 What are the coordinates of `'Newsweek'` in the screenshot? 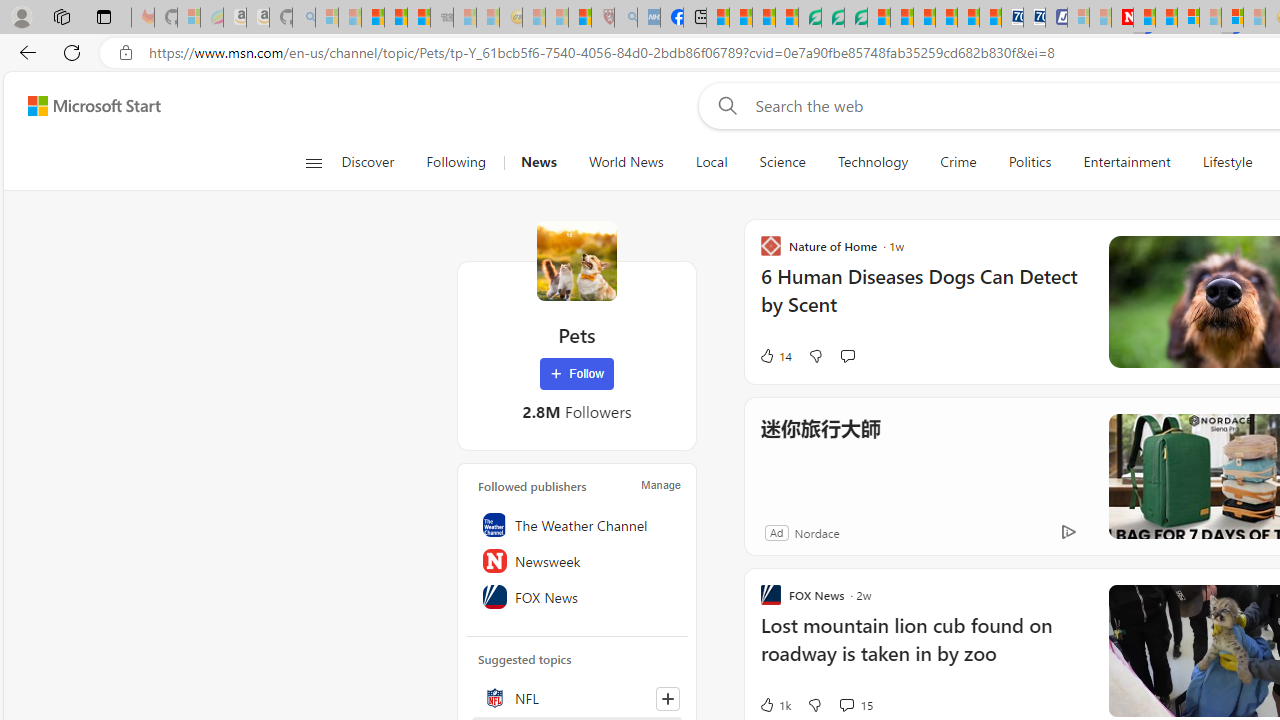 It's located at (576, 561).